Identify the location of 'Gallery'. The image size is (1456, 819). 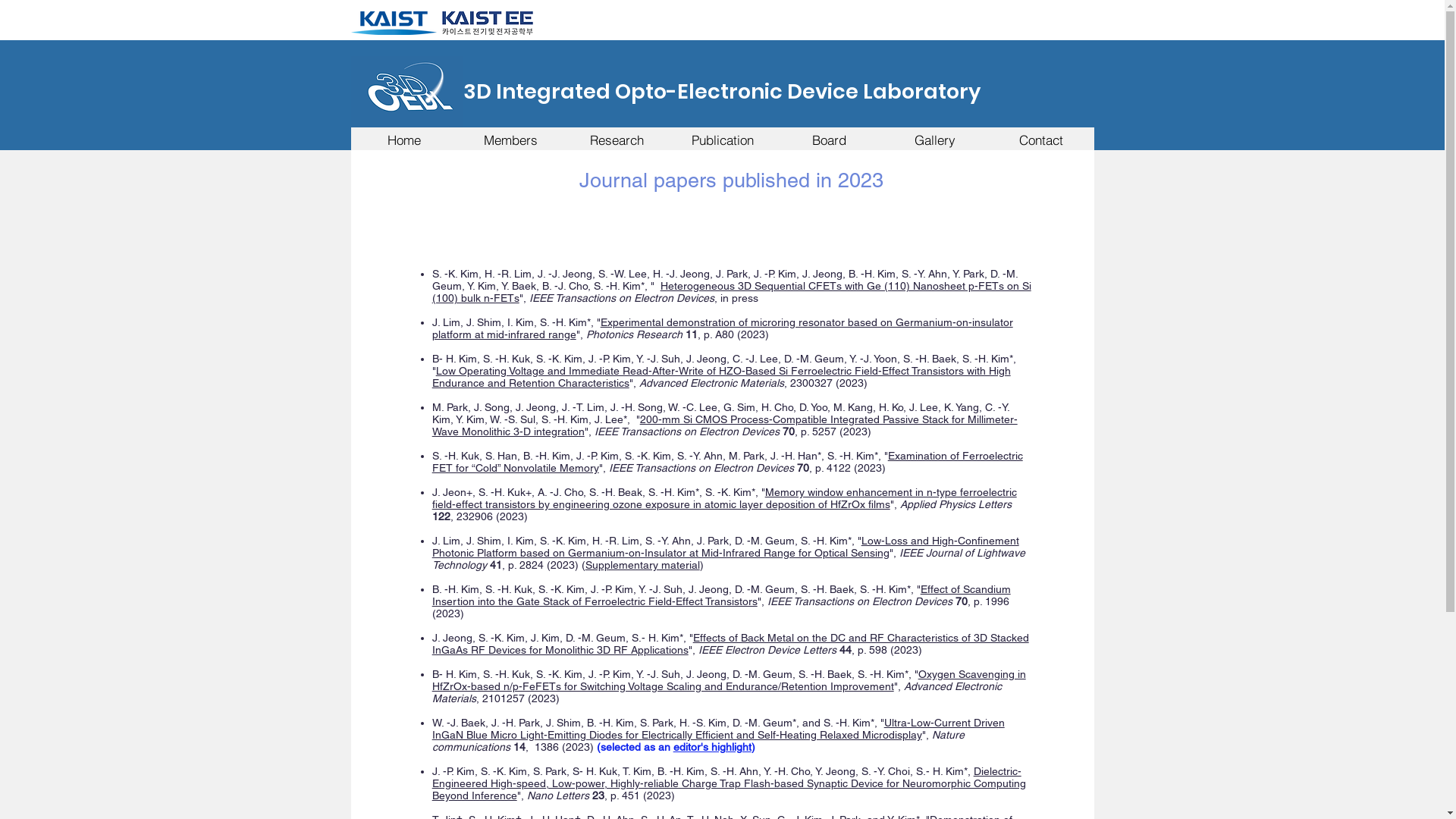
(934, 140).